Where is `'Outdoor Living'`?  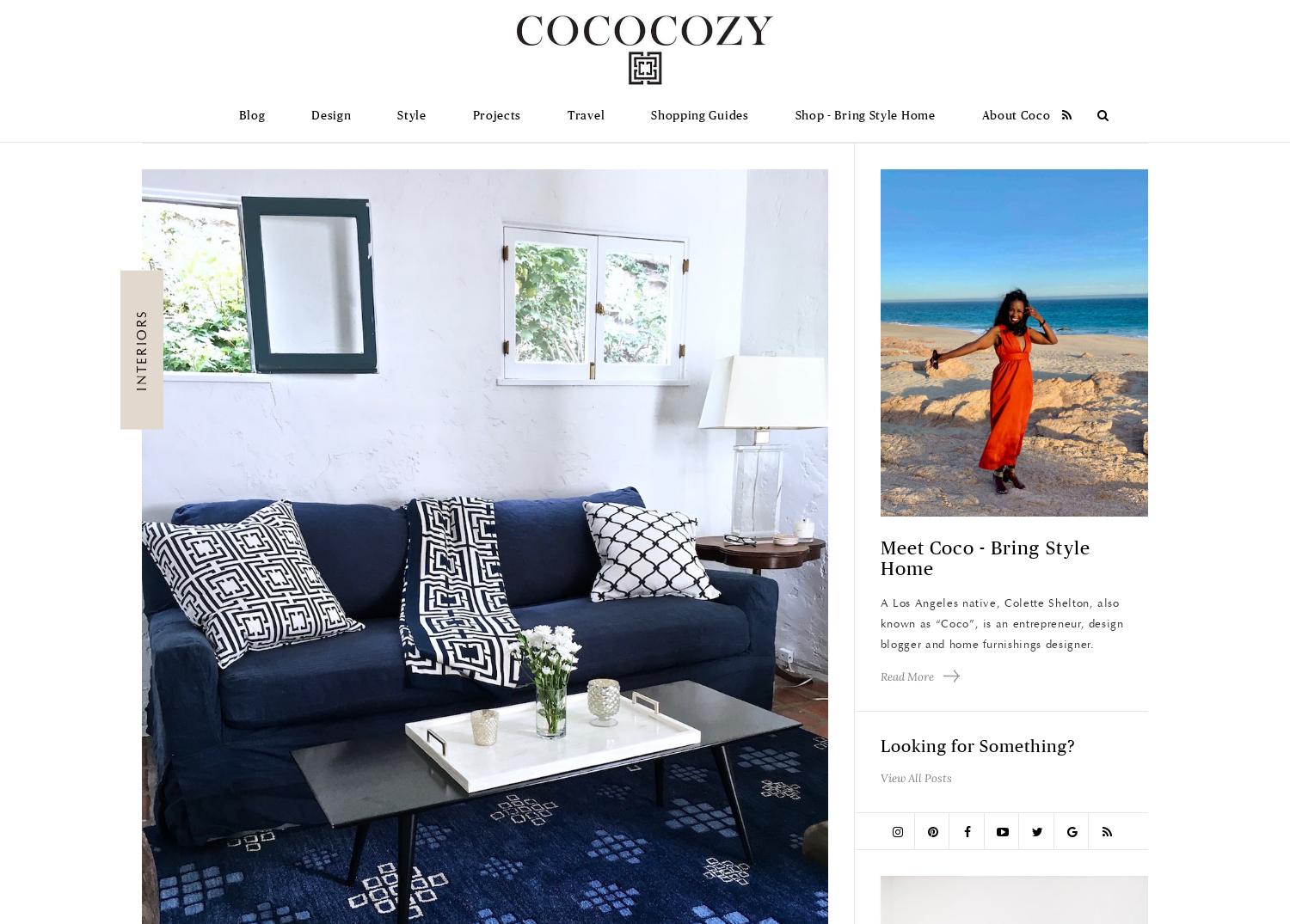
'Outdoor Living' is located at coordinates (365, 244).